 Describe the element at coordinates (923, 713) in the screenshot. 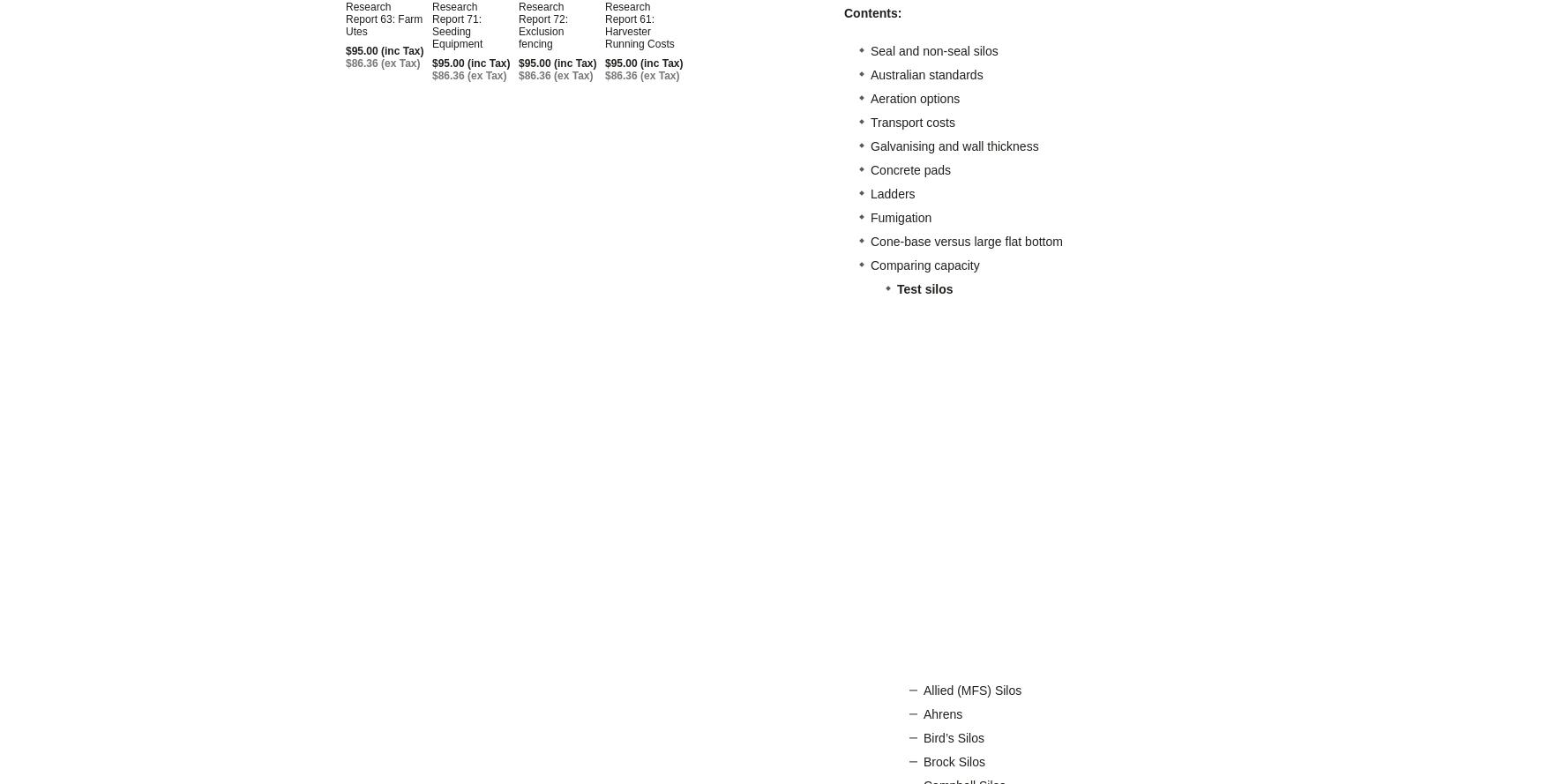

I see `'Ahrens'` at that location.